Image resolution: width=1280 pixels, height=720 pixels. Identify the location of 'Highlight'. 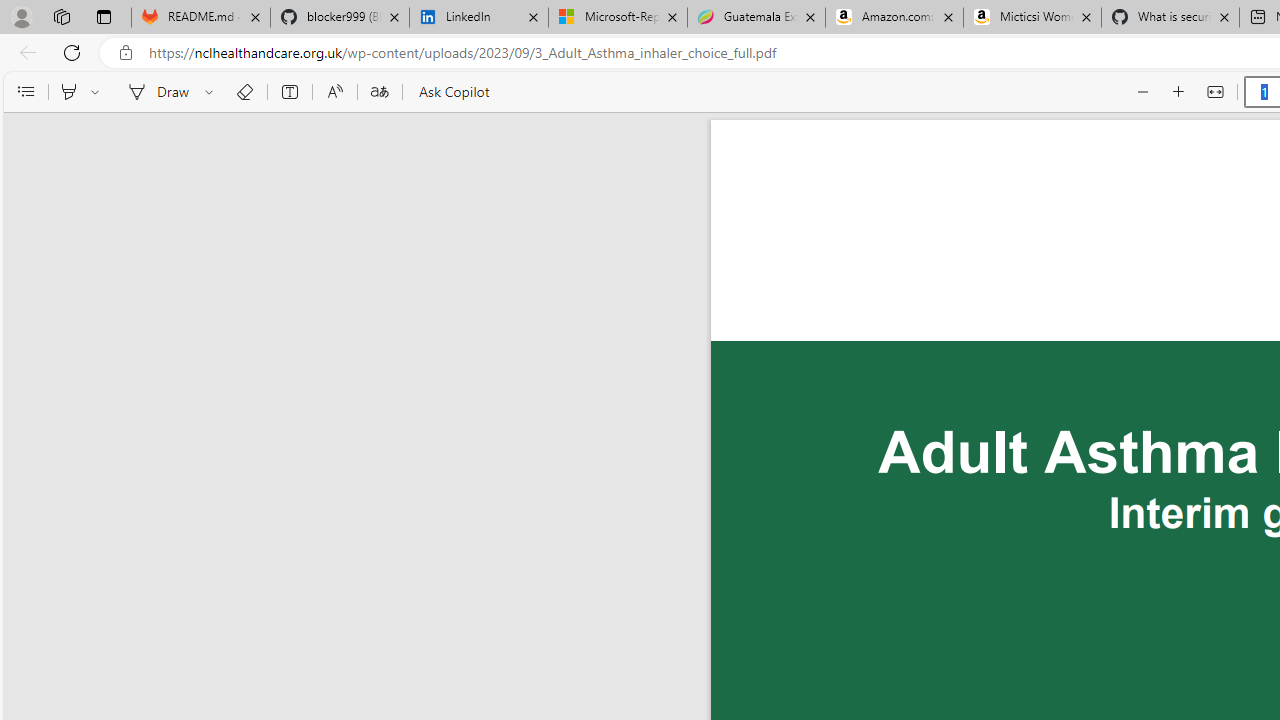
(68, 92).